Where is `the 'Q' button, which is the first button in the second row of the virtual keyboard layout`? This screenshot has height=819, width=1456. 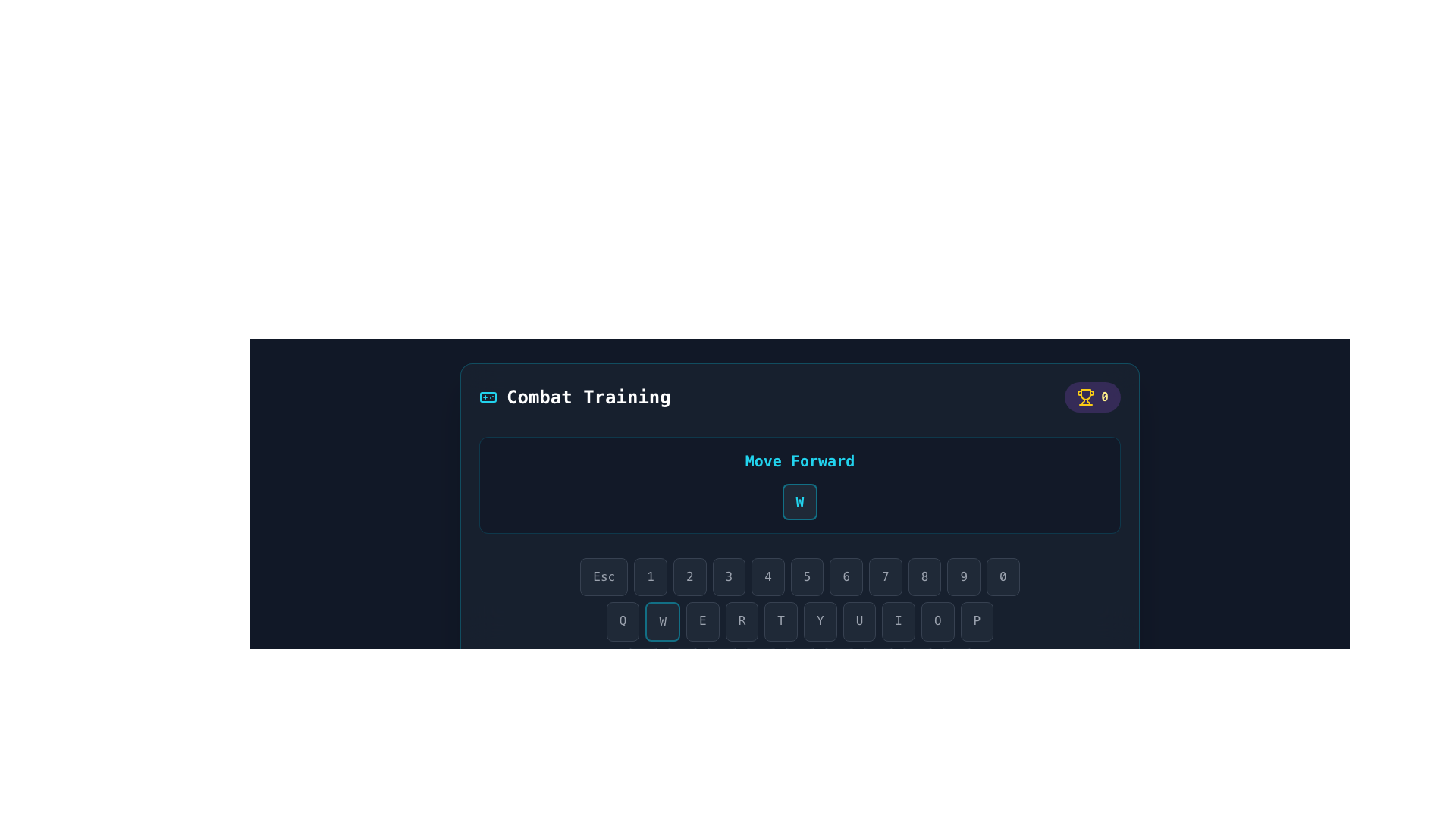
the 'Q' button, which is the first button in the second row of the virtual keyboard layout is located at coordinates (623, 622).